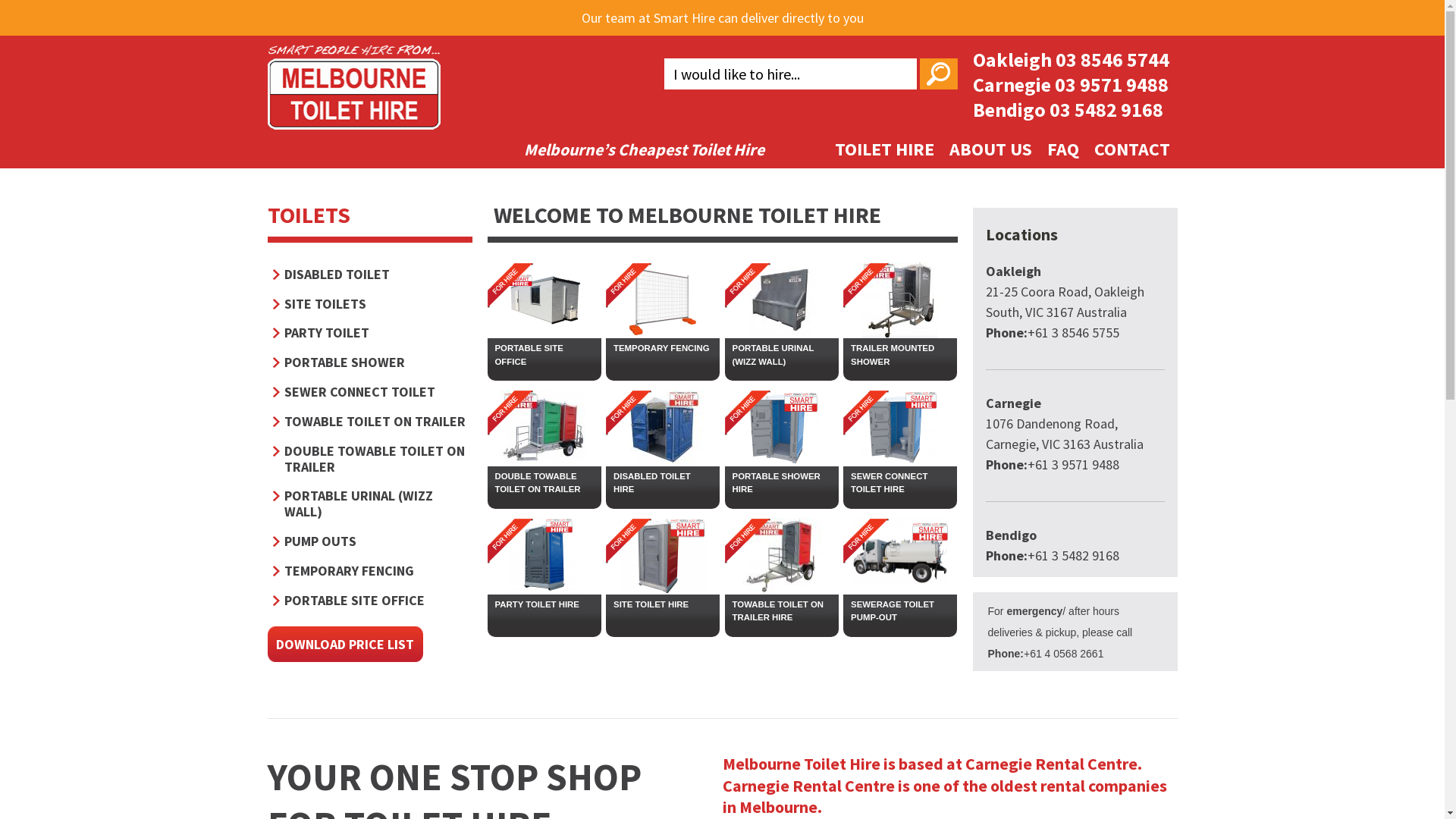  I want to click on 'ABOUT US', so click(990, 149).